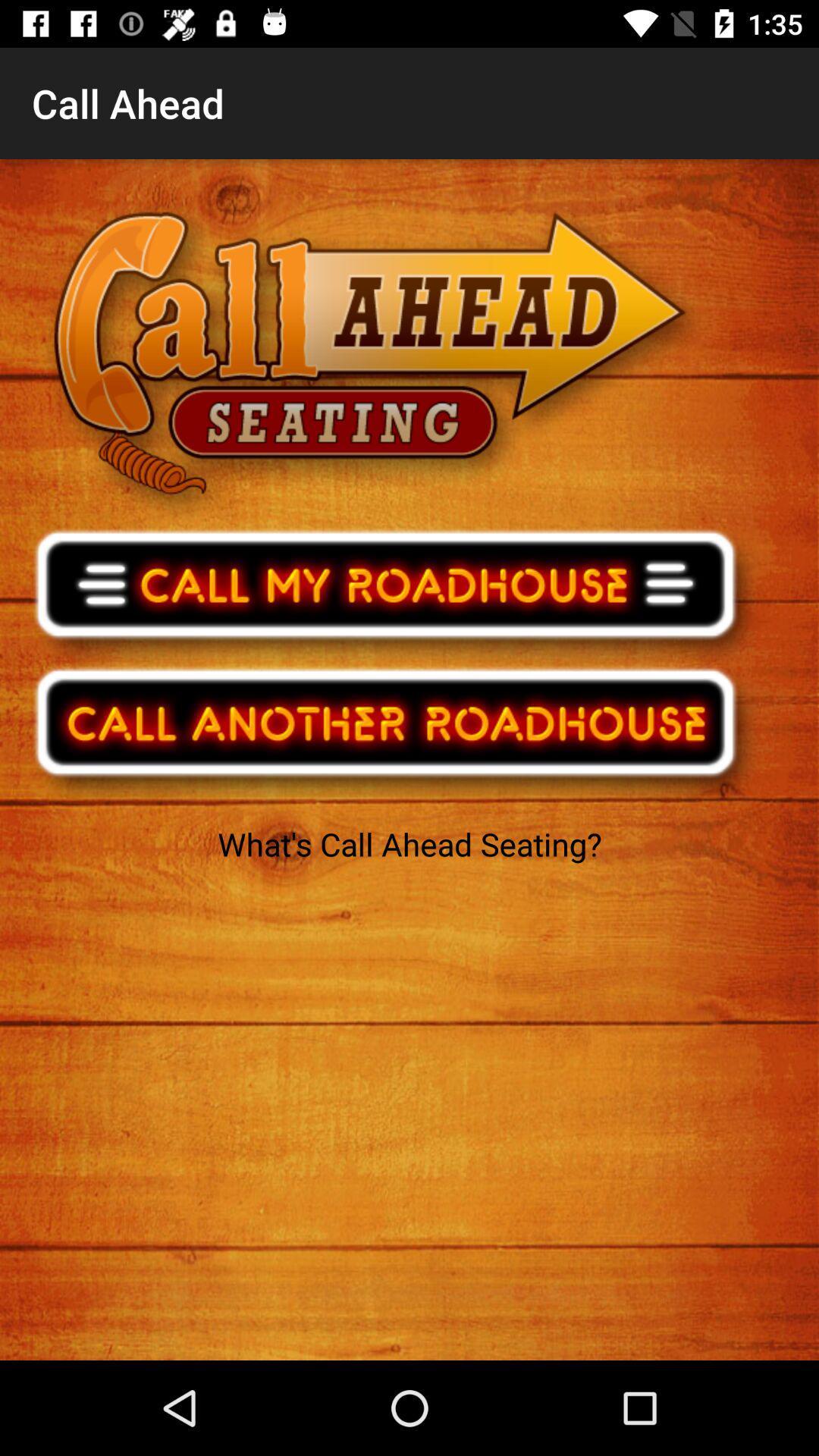  I want to click on call store, so click(395, 592).